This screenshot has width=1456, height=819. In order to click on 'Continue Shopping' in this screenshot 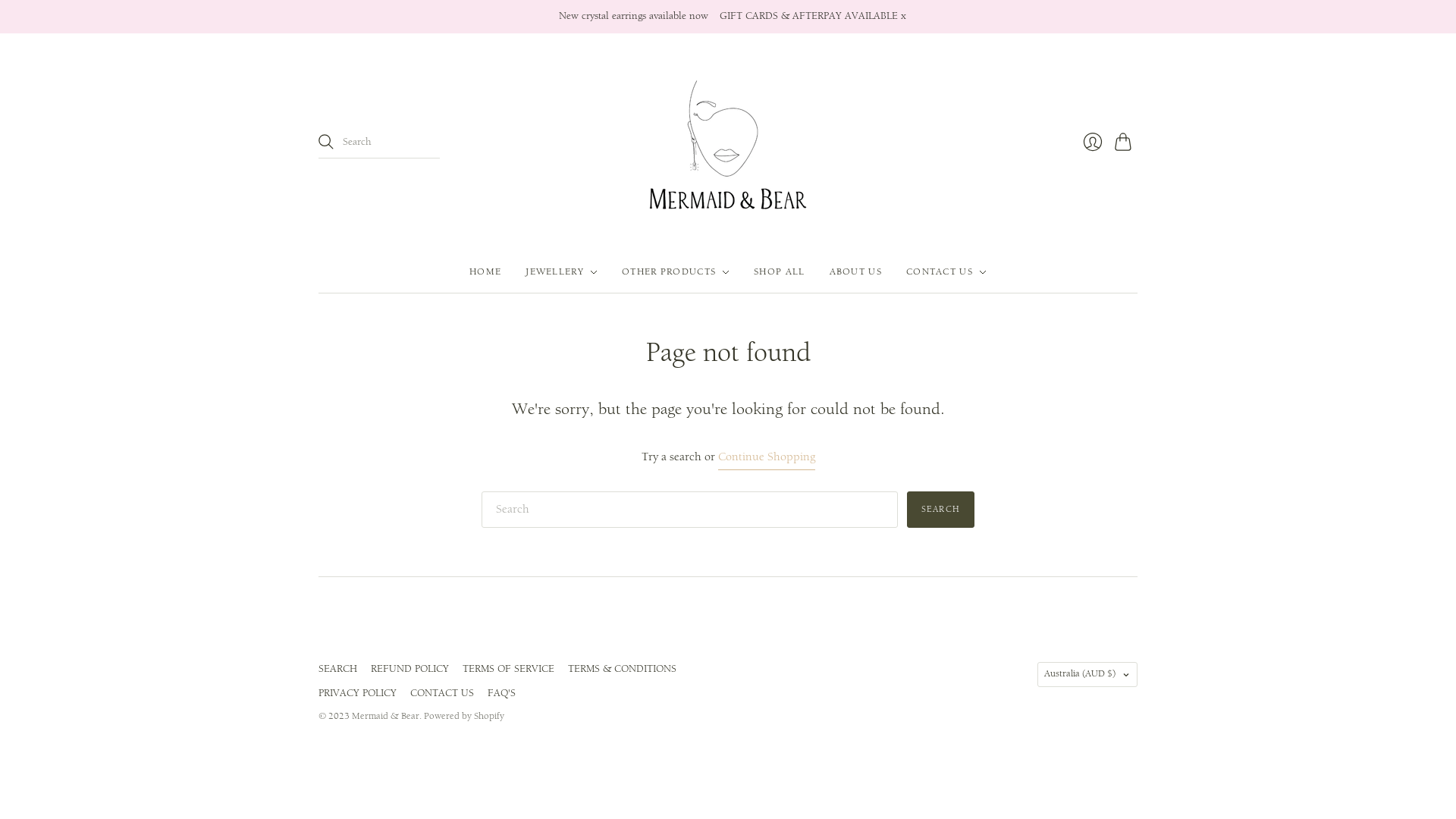, I will do `click(765, 457)`.